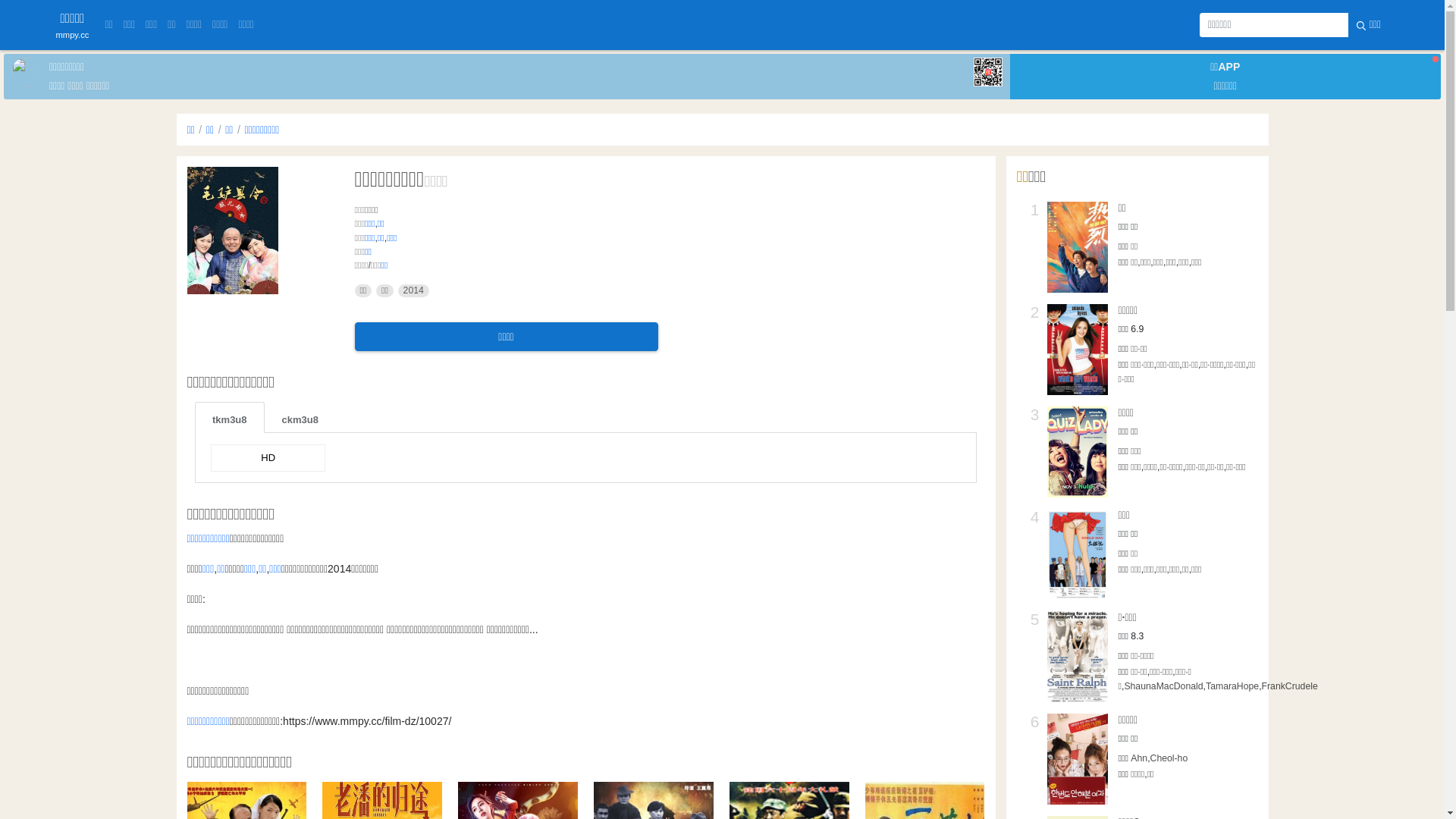  What do you see at coordinates (1232, 686) in the screenshot?
I see `'TamaraHope'` at bounding box center [1232, 686].